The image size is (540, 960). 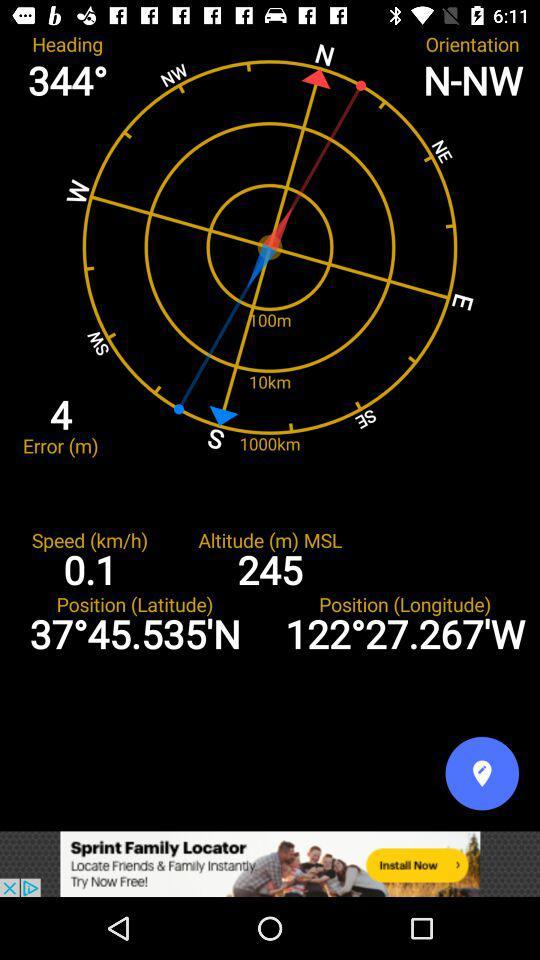 I want to click on display current user coordinates, so click(x=481, y=772).